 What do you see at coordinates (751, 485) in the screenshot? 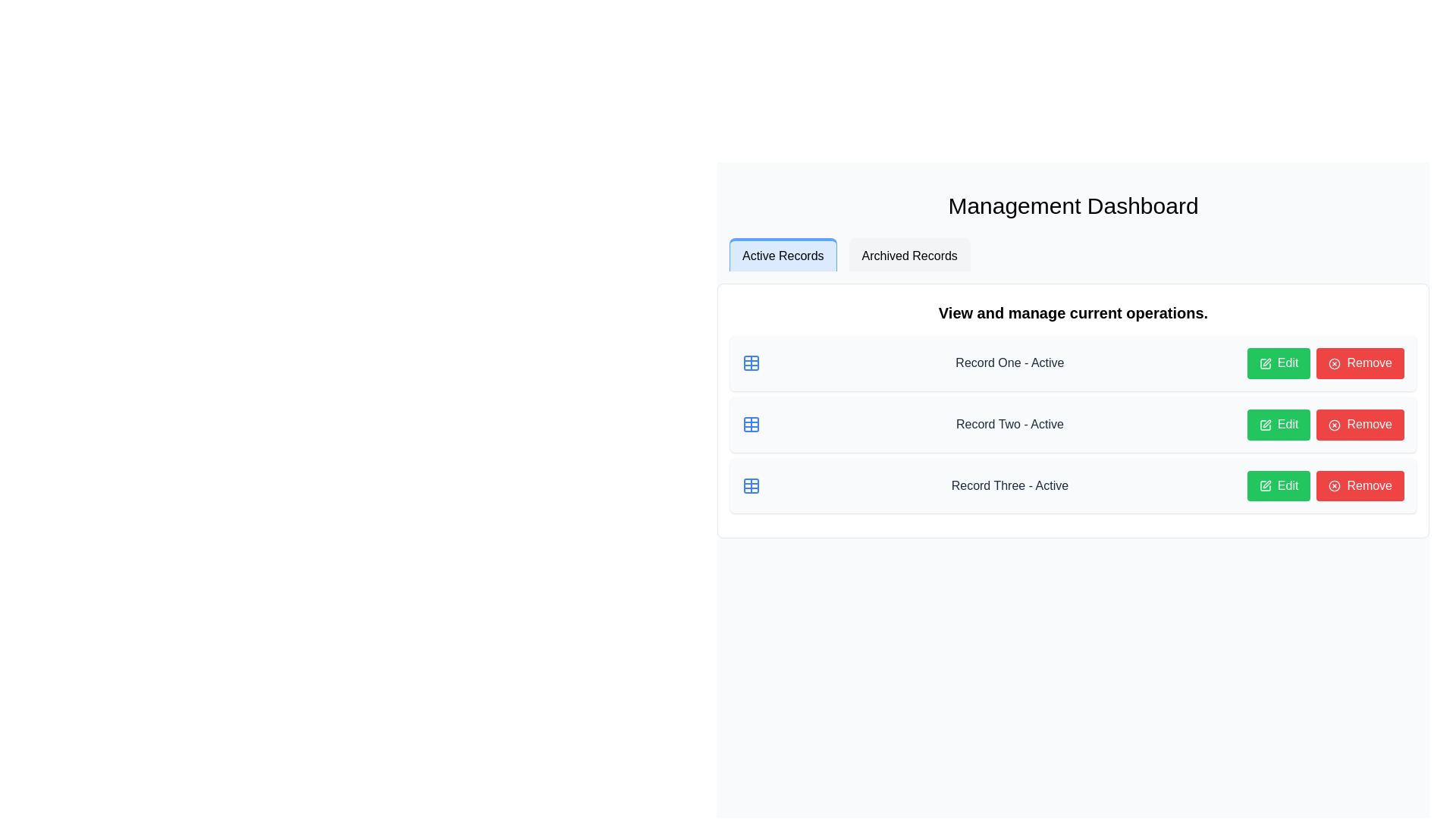
I see `the SVG-based graphical icon representing a table or grid located in the third record row of the 'Active Records' list group` at bounding box center [751, 485].